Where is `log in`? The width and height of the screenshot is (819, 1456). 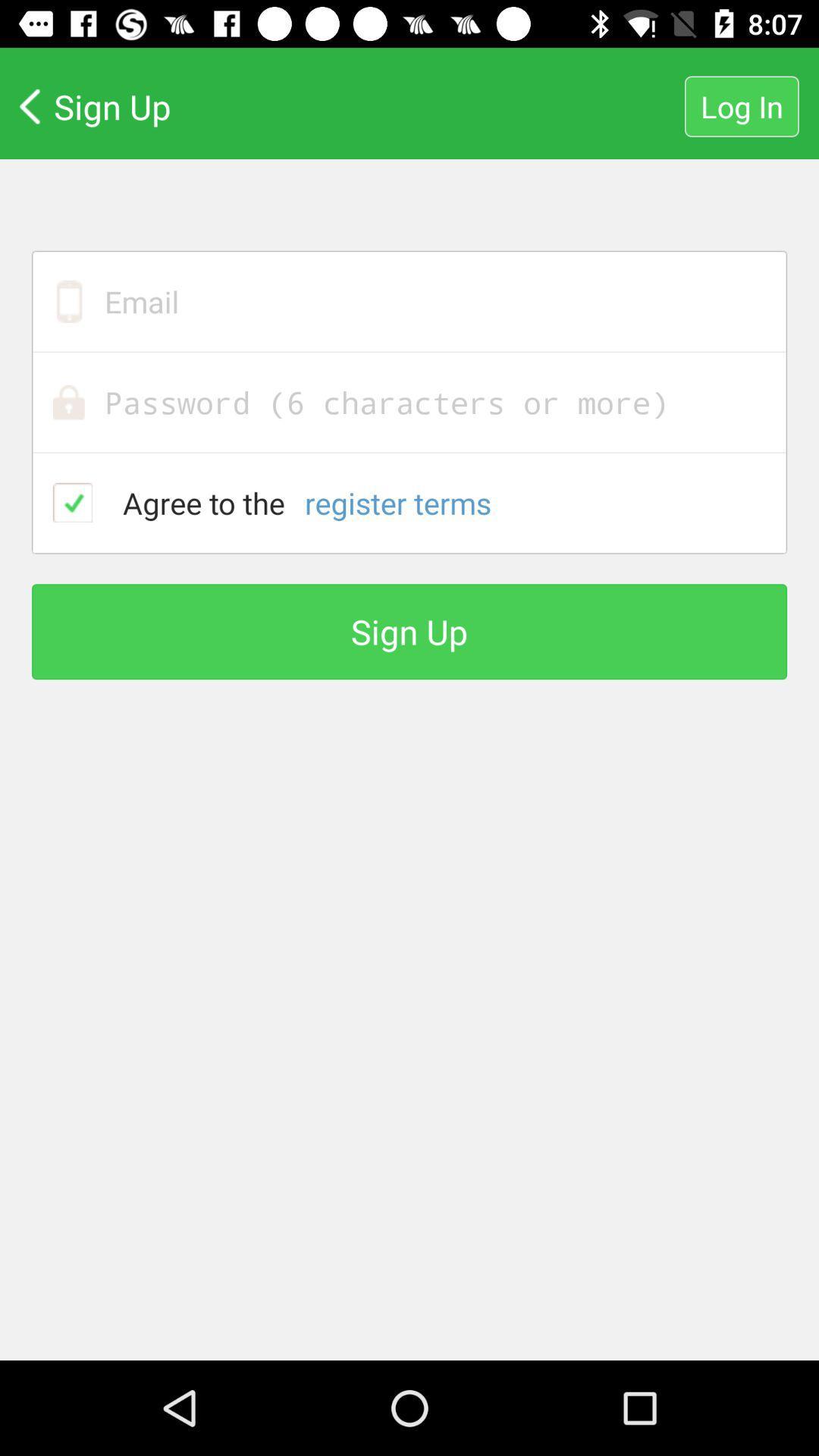
log in is located at coordinates (741, 105).